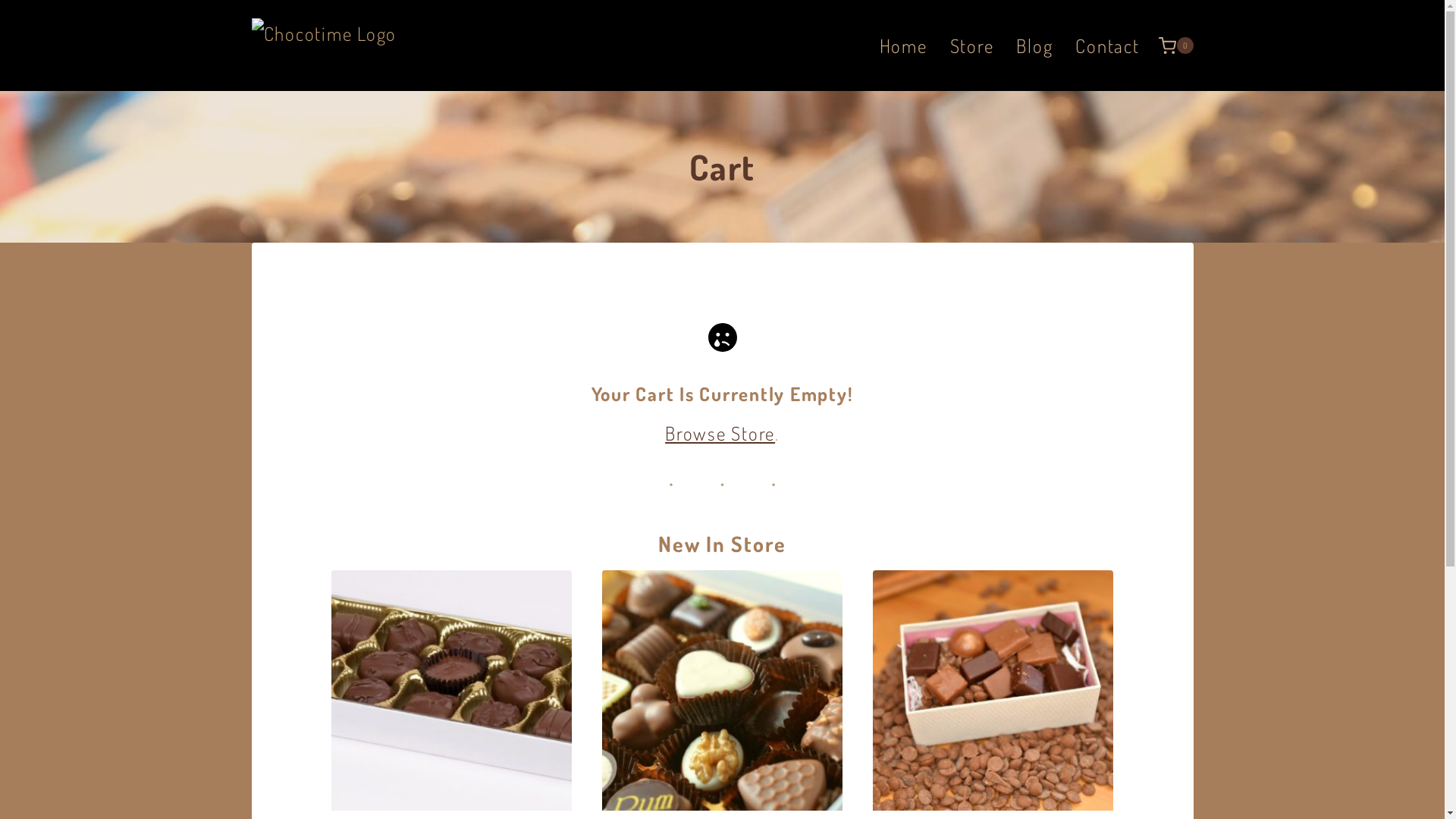 The width and height of the screenshot is (1456, 819). What do you see at coordinates (971, 44) in the screenshot?
I see `'Store'` at bounding box center [971, 44].